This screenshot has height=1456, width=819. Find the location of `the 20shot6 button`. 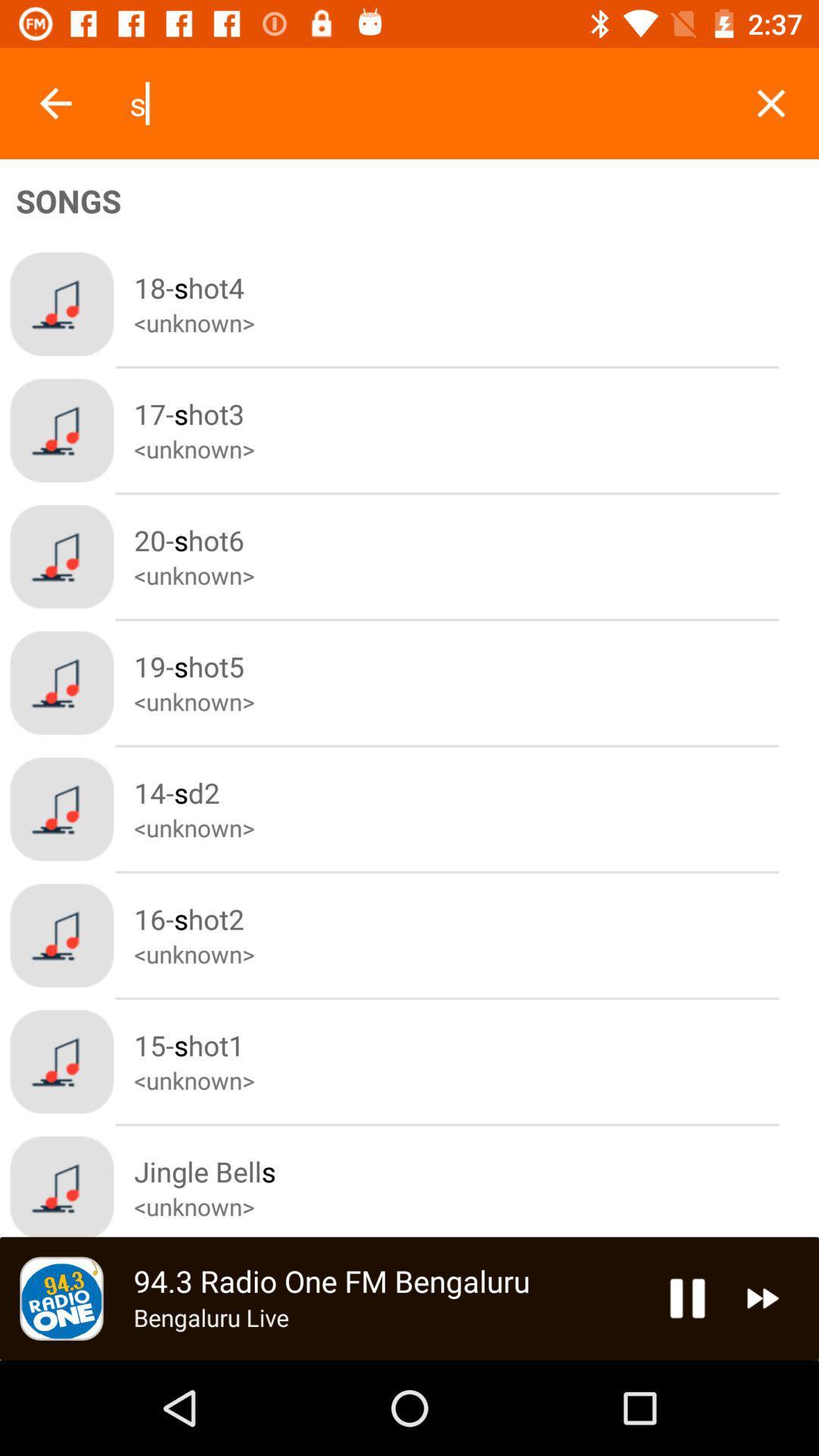

the 20shot6 button is located at coordinates (475, 556).